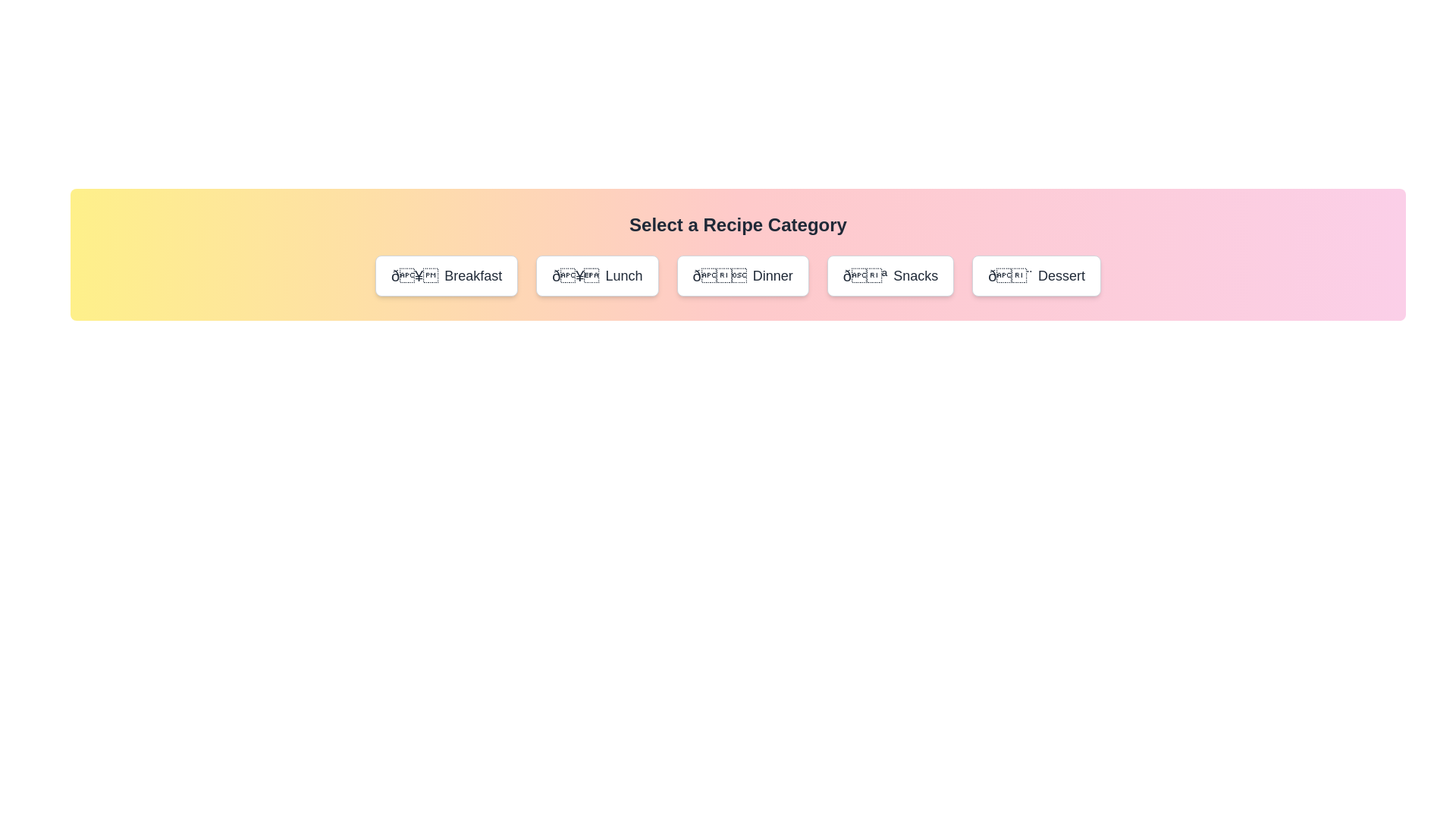 Image resolution: width=1456 pixels, height=819 pixels. What do you see at coordinates (742, 275) in the screenshot?
I see `the category Dinner and read the displayed name` at bounding box center [742, 275].